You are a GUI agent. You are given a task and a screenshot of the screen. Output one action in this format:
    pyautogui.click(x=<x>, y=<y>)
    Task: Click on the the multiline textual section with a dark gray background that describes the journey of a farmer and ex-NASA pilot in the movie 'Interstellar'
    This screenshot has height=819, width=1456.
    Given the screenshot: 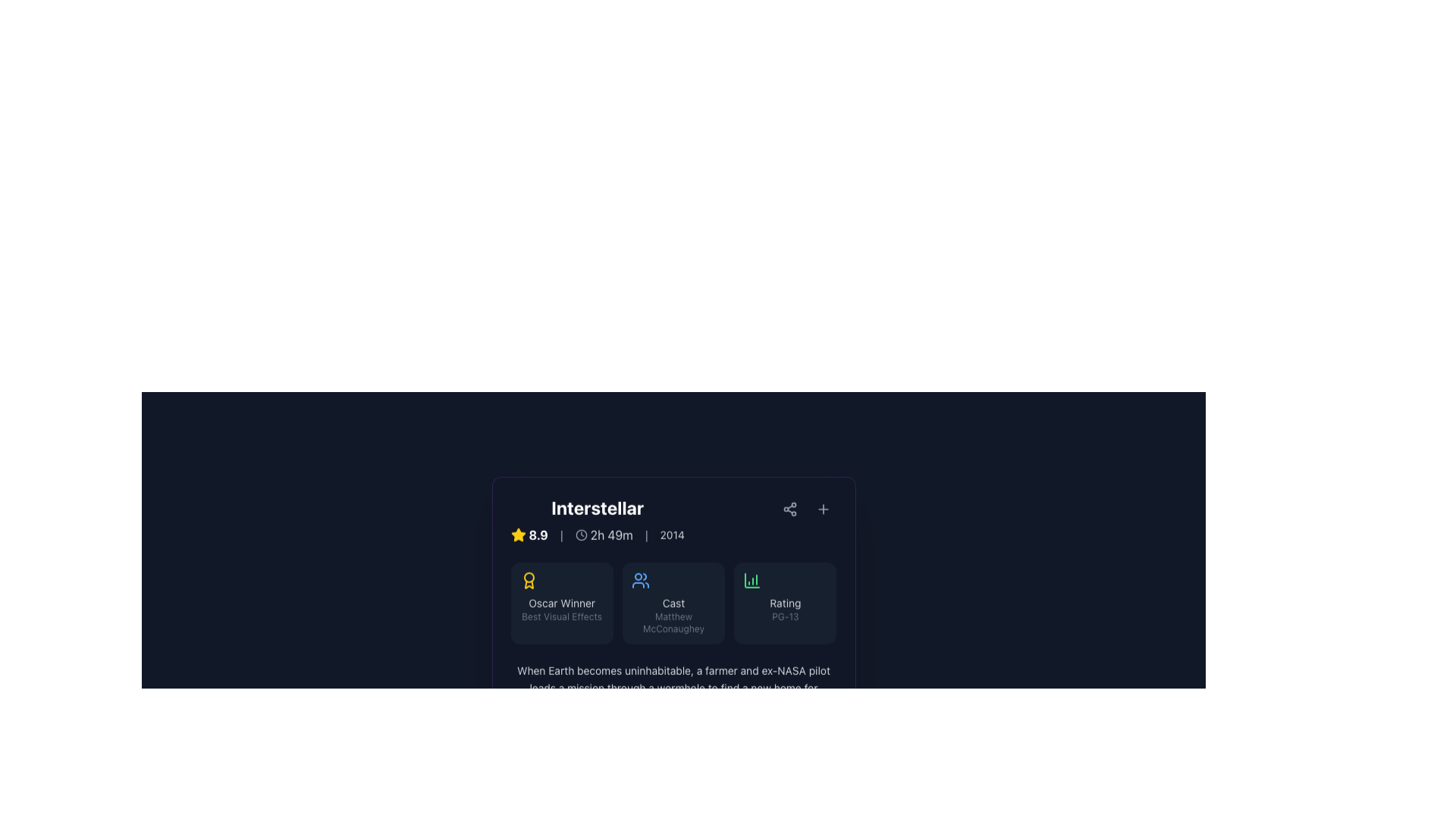 What is the action you would take?
    pyautogui.click(x=673, y=703)
    